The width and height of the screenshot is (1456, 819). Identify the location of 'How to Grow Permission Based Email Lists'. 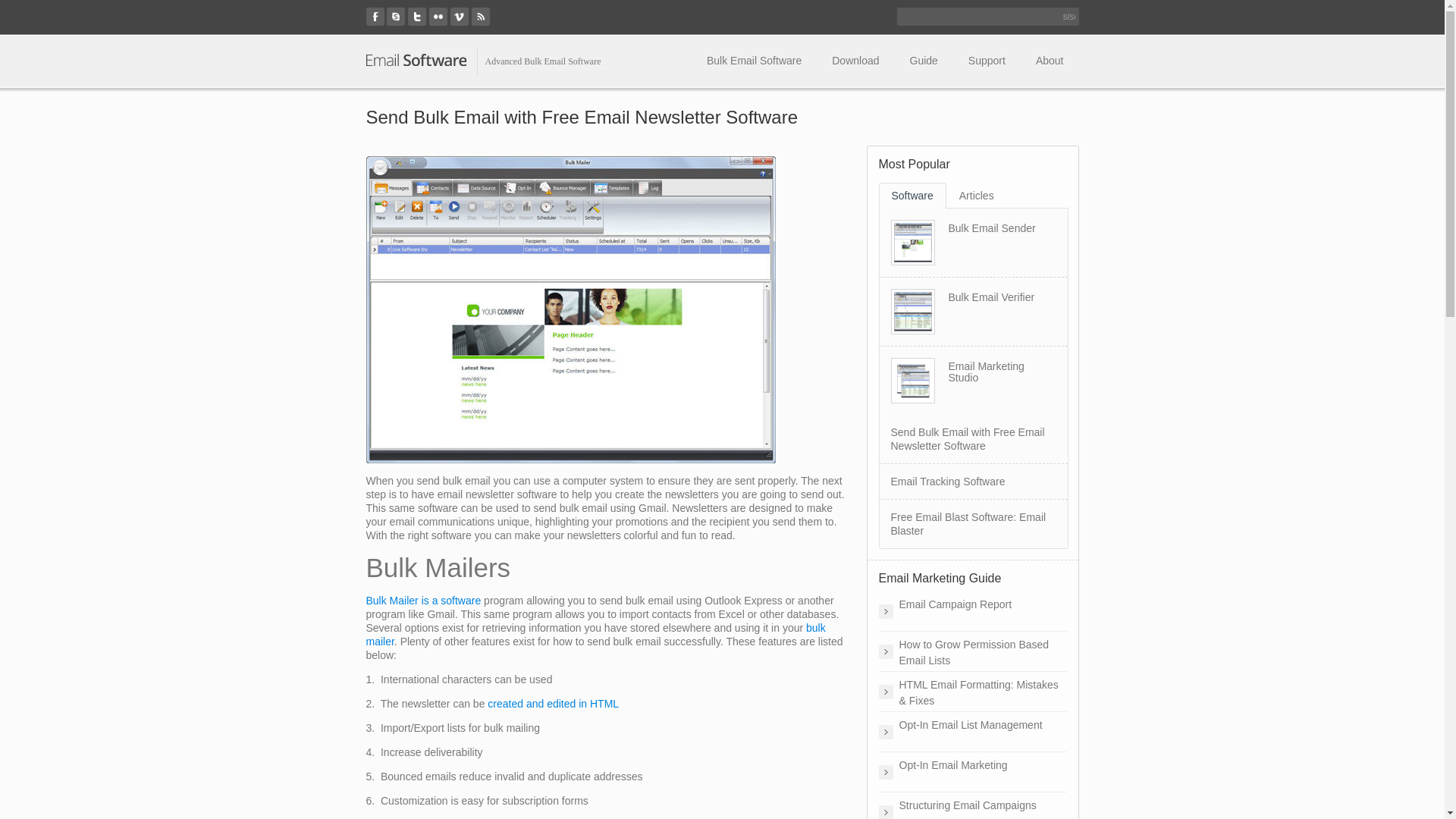
(971, 651).